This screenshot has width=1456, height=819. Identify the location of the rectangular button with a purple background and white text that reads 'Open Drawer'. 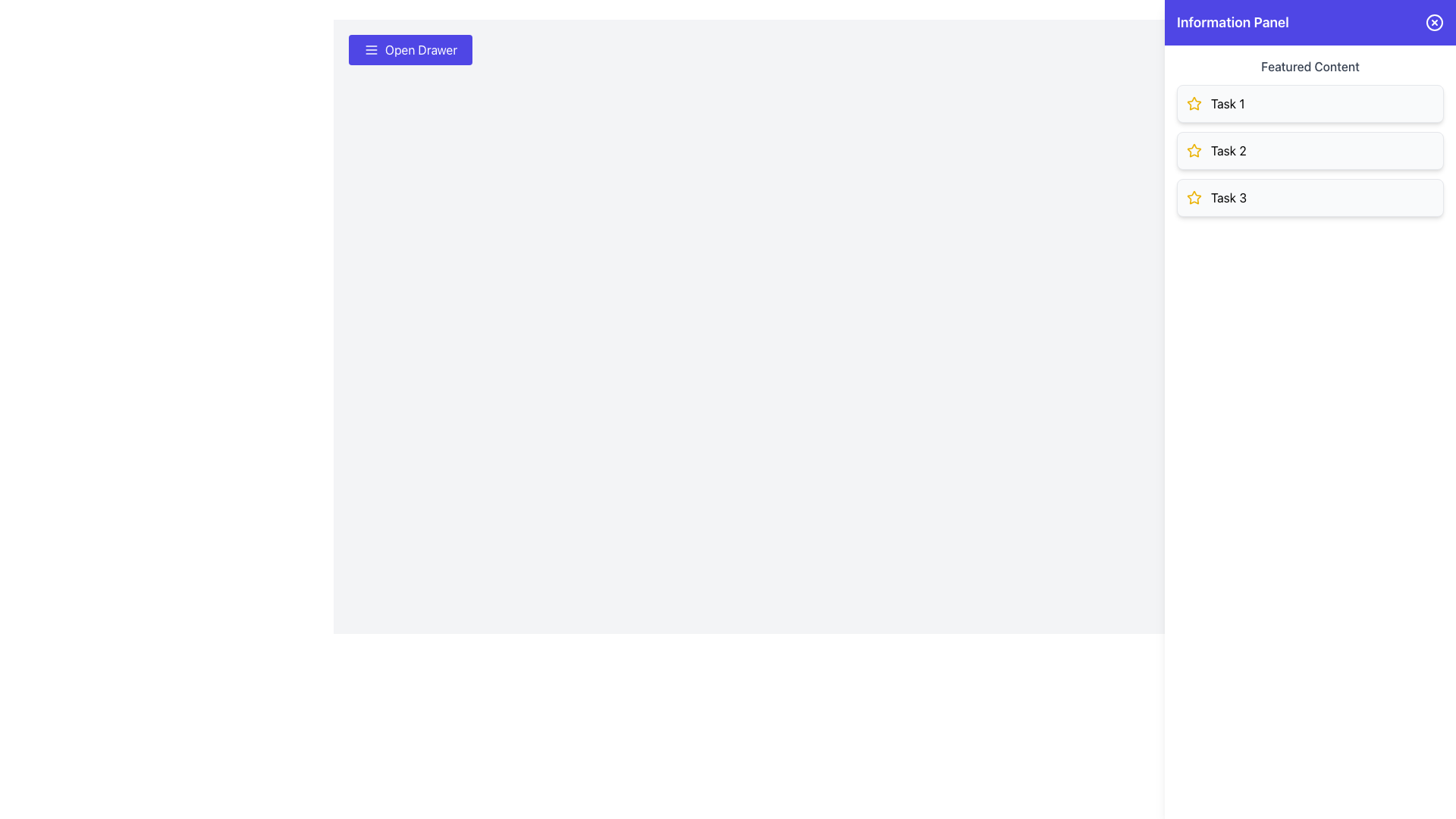
(410, 49).